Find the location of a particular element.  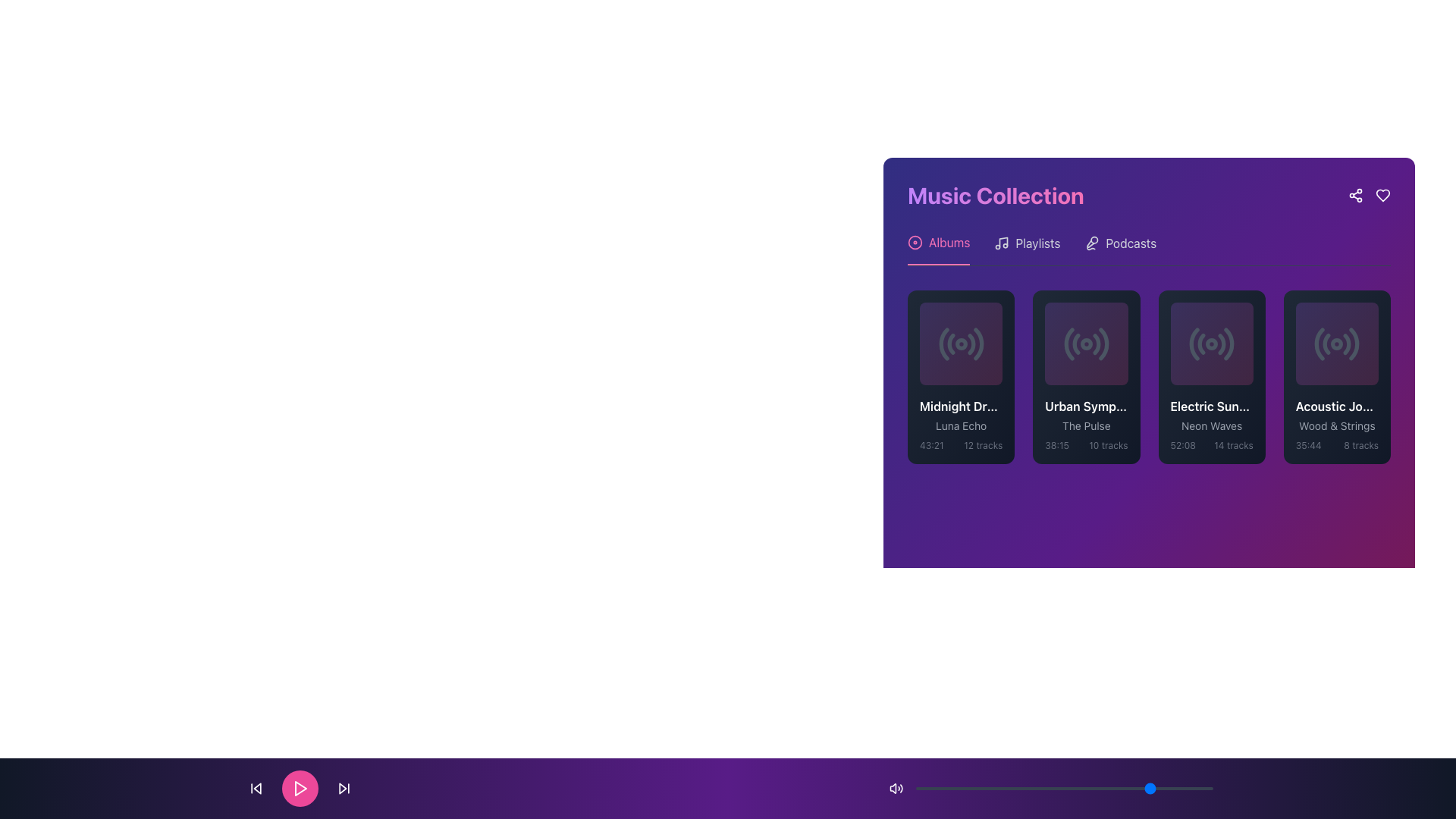

the 'Neon Waves' text label in the lower section of the third card from the left in the 'Music Collection' section to trigger the tooltip is located at coordinates (1211, 426).